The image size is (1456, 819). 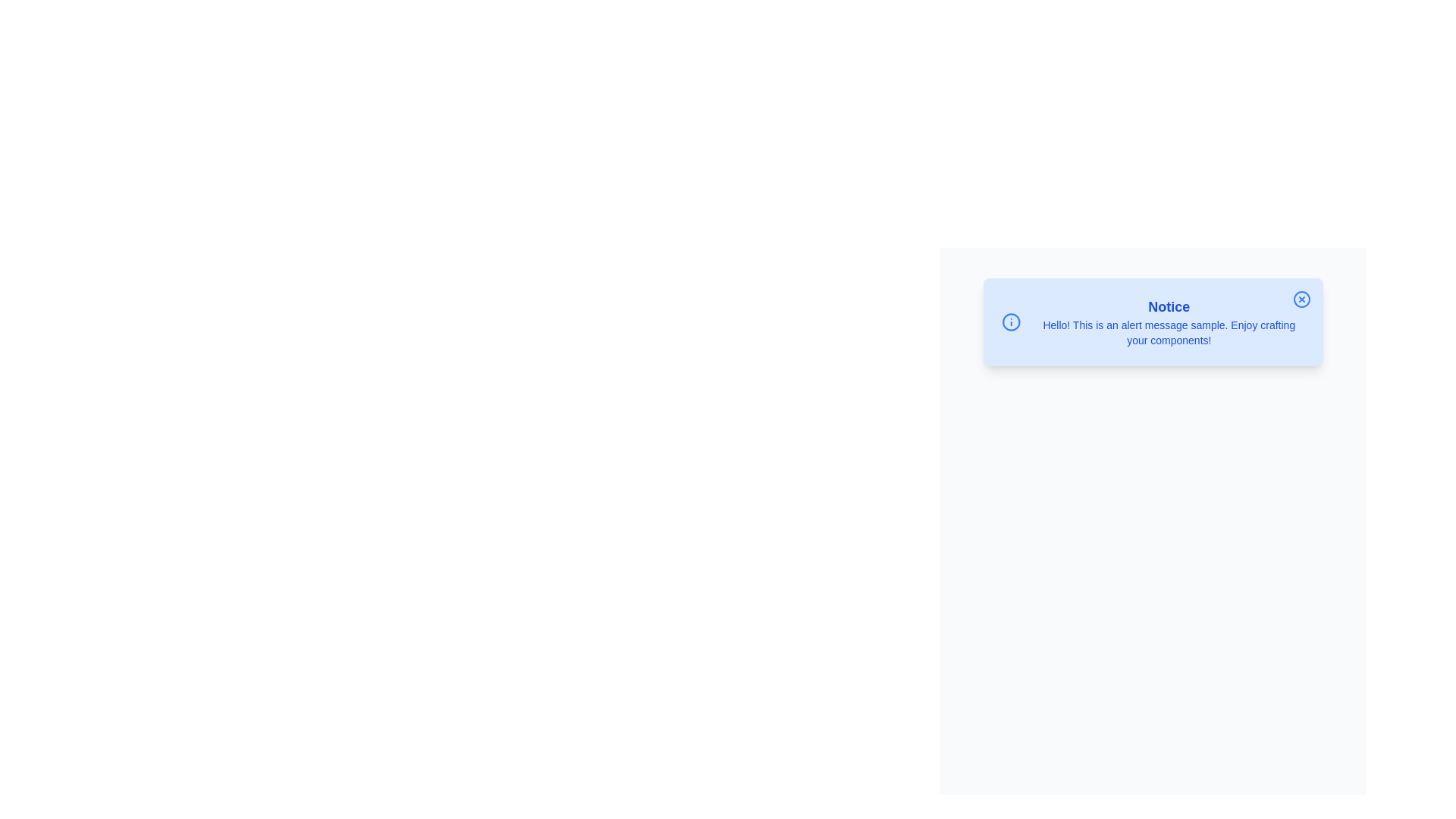 I want to click on the circular blue-bordered button with an 'X' icon in the top-right corner of the alert message, so click(x=1301, y=299).